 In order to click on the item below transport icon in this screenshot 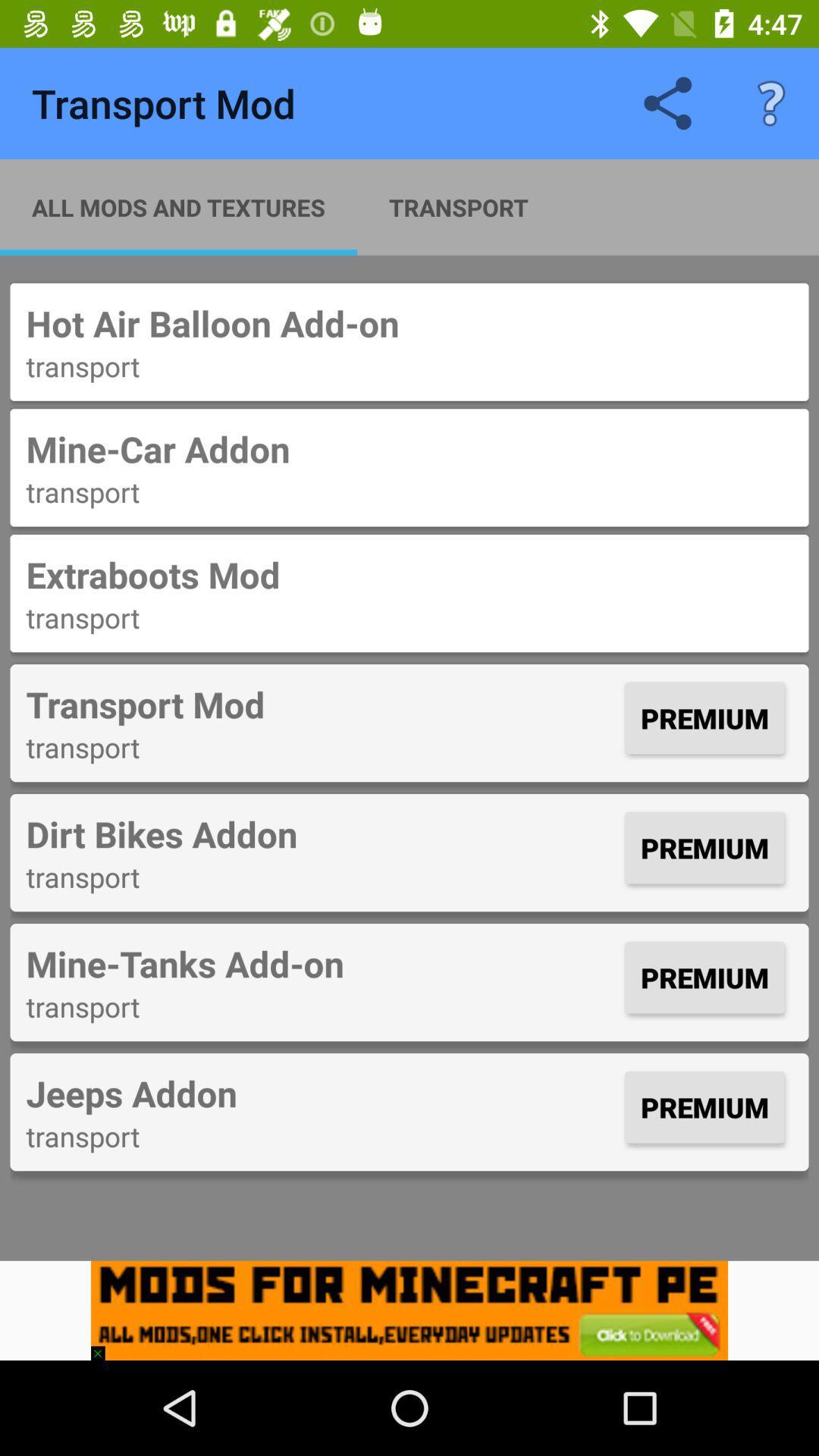, I will do `click(409, 573)`.